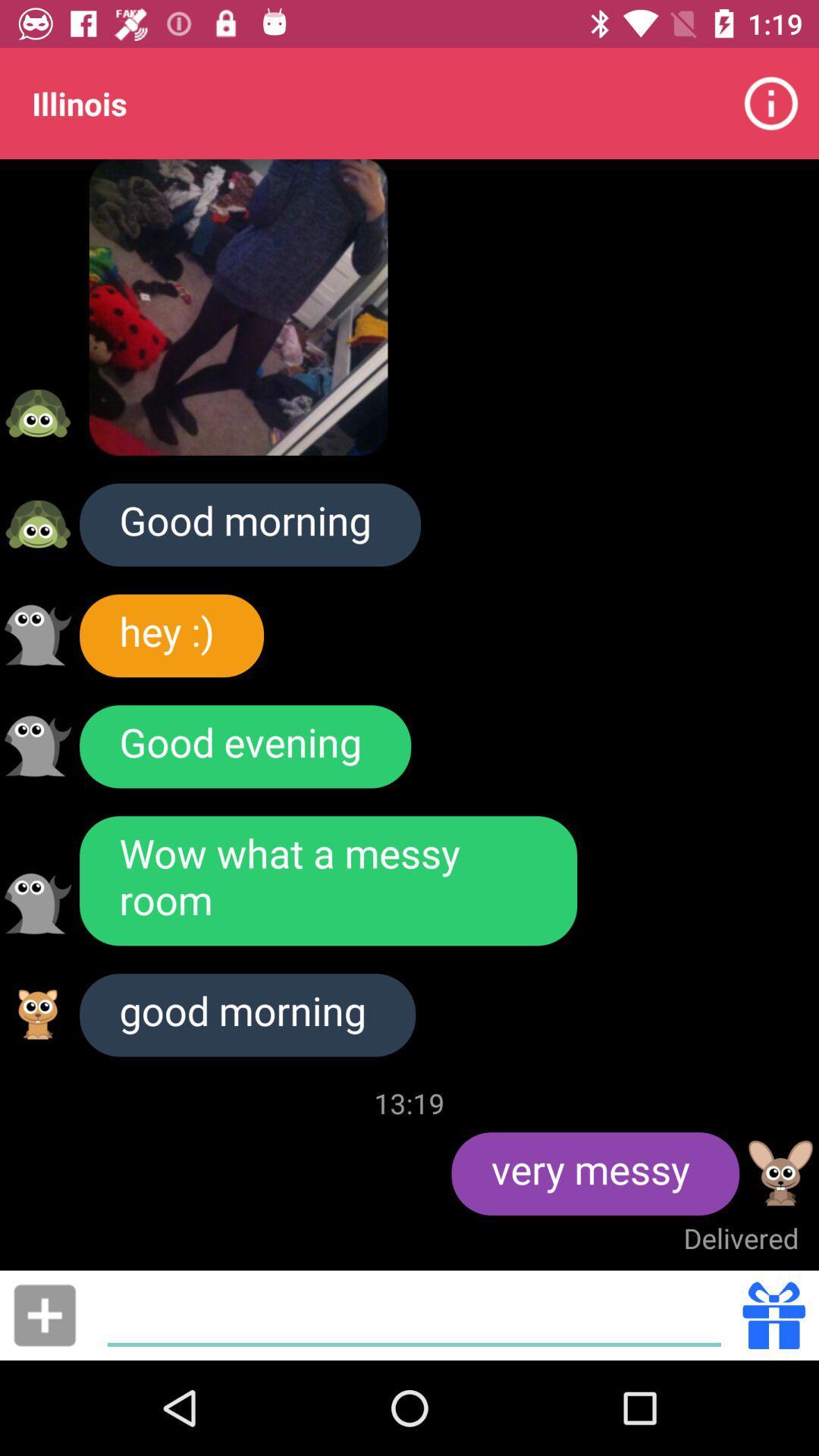 This screenshot has width=819, height=1456. Describe the element at coordinates (409, 1103) in the screenshot. I see `13:19 item` at that location.